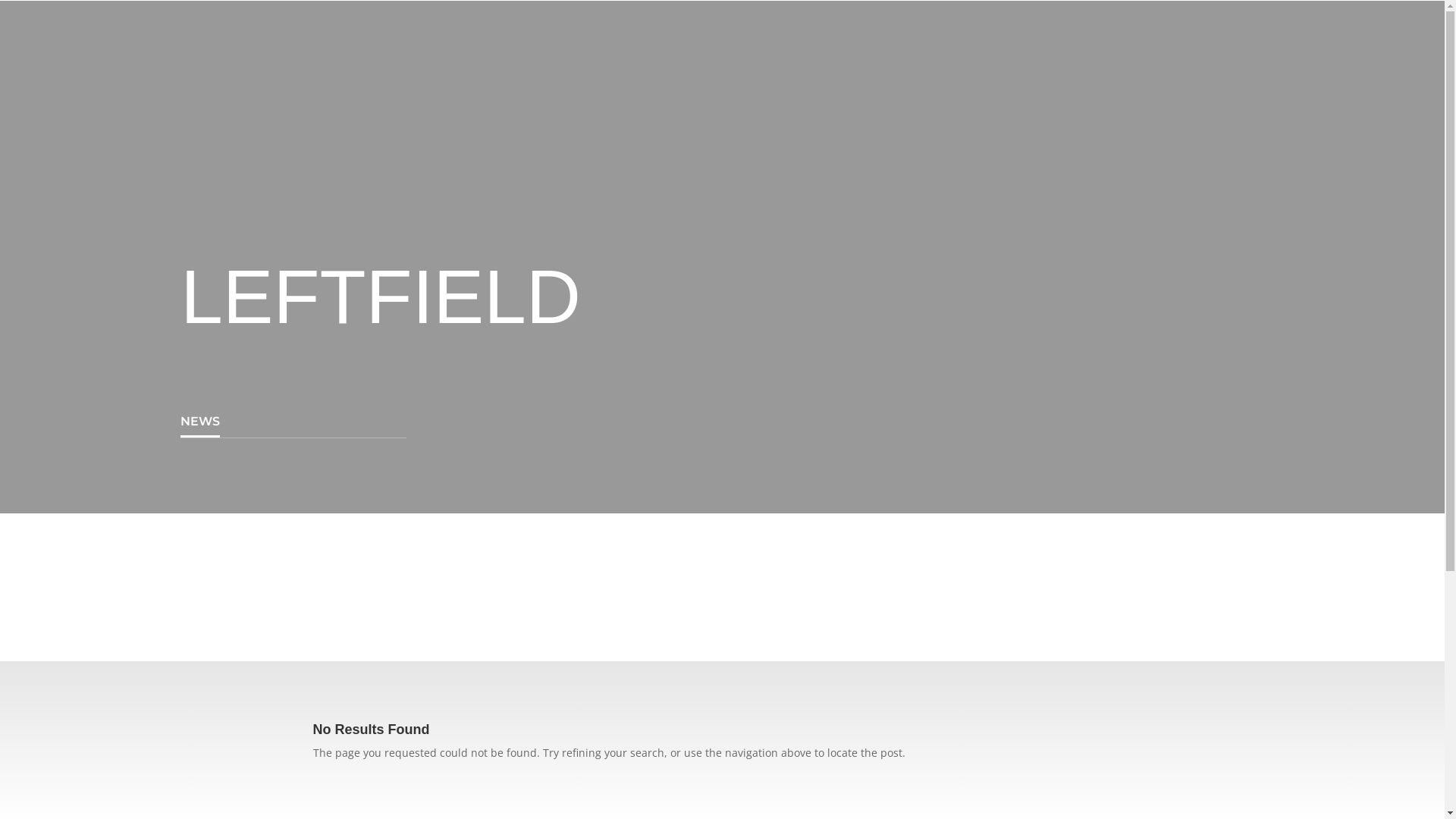 The image size is (1456, 819). Describe the element at coordinates (199, 422) in the screenshot. I see `'NEWS'` at that location.